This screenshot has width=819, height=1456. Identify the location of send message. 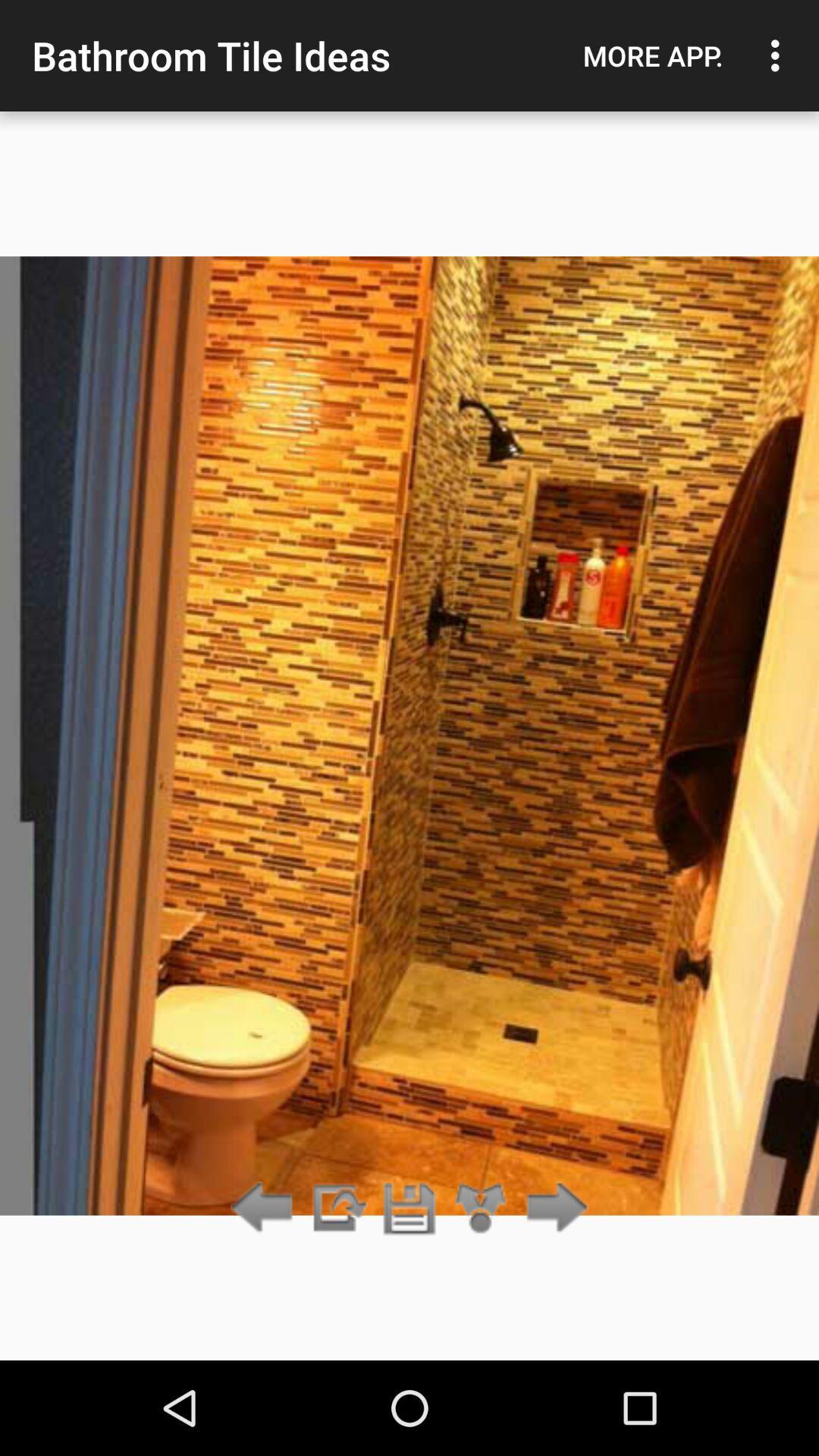
(337, 1208).